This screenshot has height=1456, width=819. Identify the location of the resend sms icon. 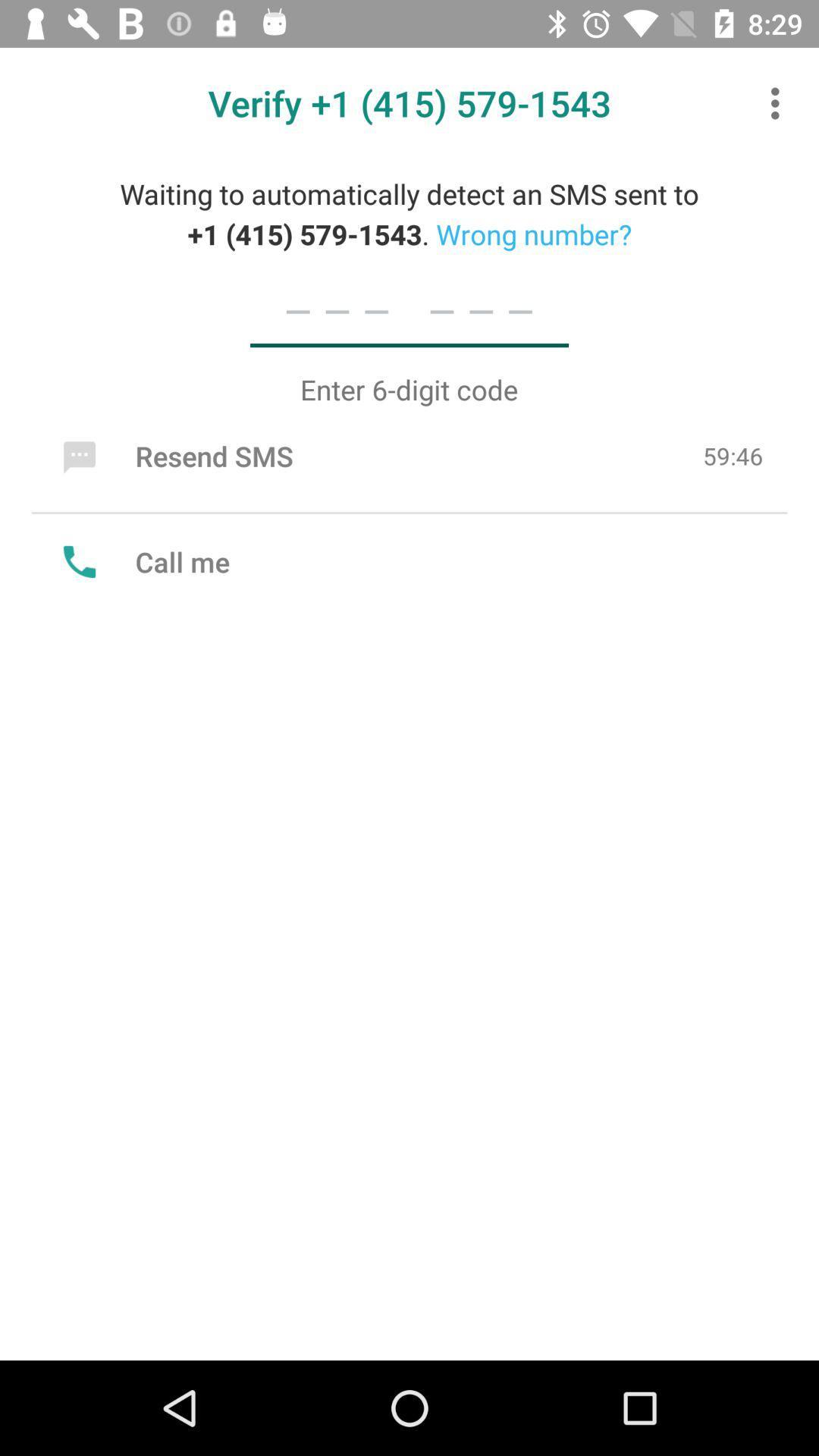
(174, 455).